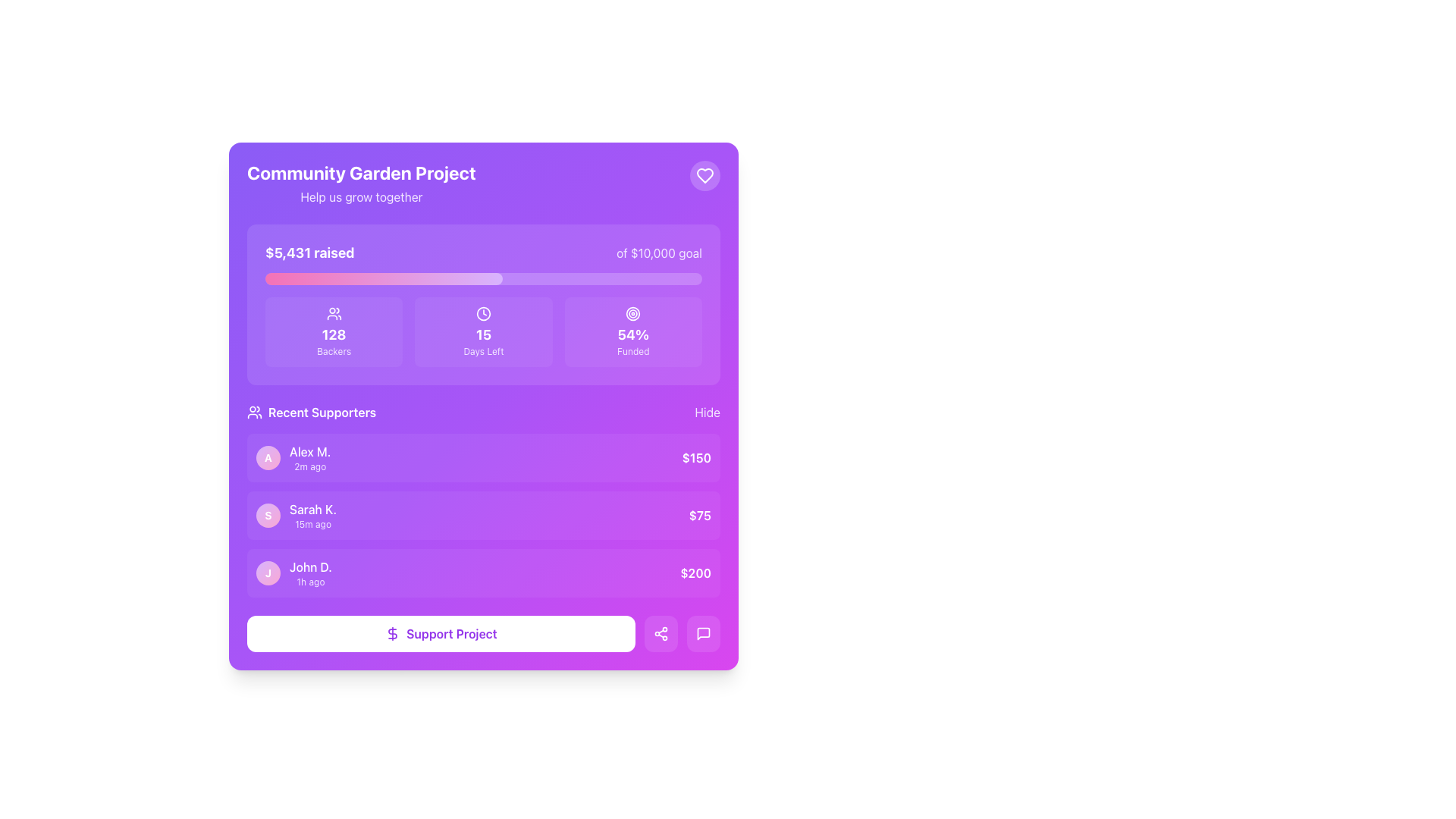 This screenshot has height=819, width=1456. I want to click on the progress indicator representing the fundraising progress of '$5,431 raised of $10,000 goal', located near the top of the interface, beneath the fundraising text and above the statistics tiles, so click(384, 278).